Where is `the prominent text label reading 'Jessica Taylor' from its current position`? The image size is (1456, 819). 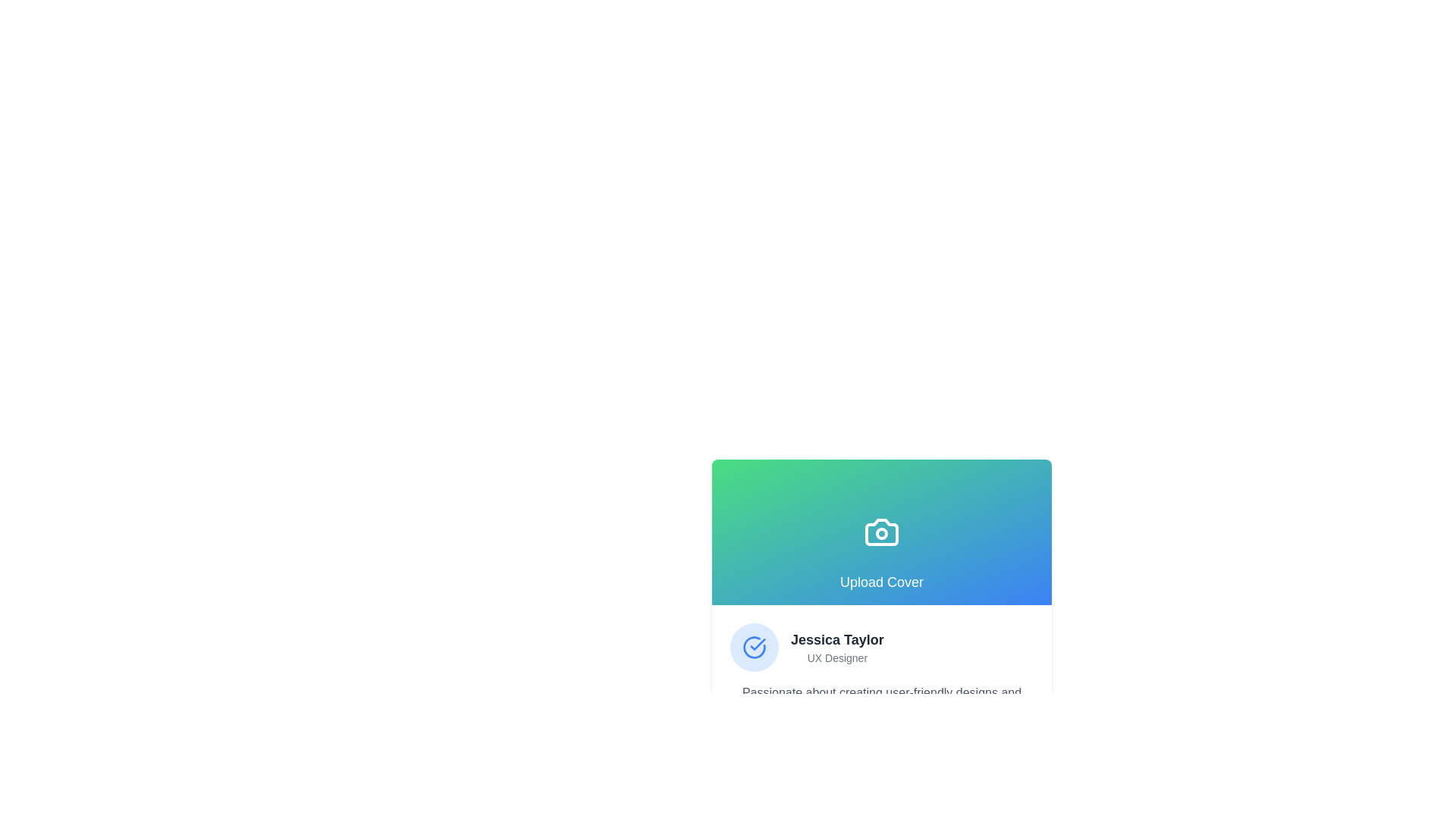 the prominent text label reading 'Jessica Taylor' from its current position is located at coordinates (836, 640).